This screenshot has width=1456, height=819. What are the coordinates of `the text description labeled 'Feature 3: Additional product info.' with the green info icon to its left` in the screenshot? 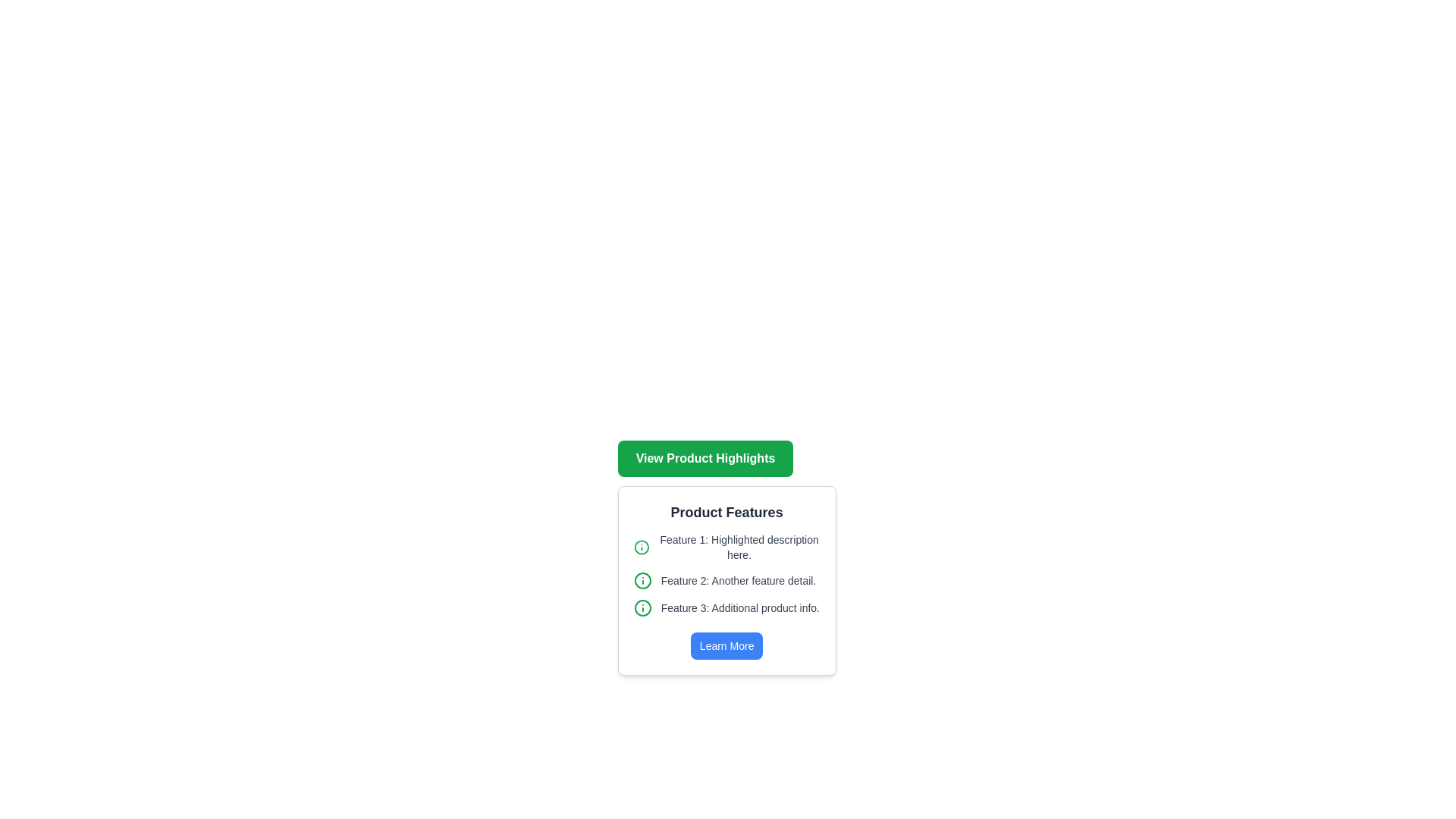 It's located at (726, 607).